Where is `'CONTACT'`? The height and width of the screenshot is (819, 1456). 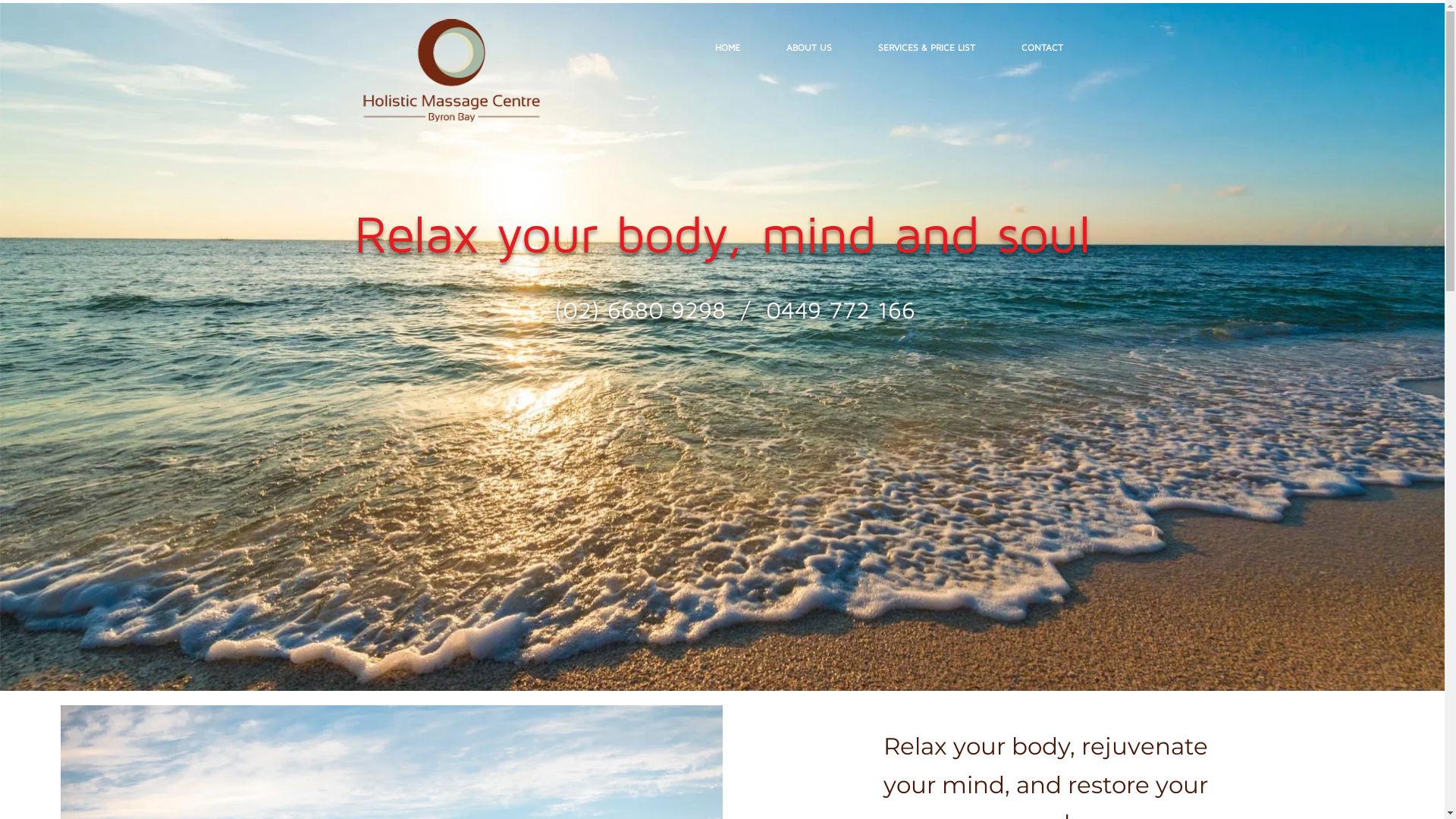 'CONTACT' is located at coordinates (1040, 46).